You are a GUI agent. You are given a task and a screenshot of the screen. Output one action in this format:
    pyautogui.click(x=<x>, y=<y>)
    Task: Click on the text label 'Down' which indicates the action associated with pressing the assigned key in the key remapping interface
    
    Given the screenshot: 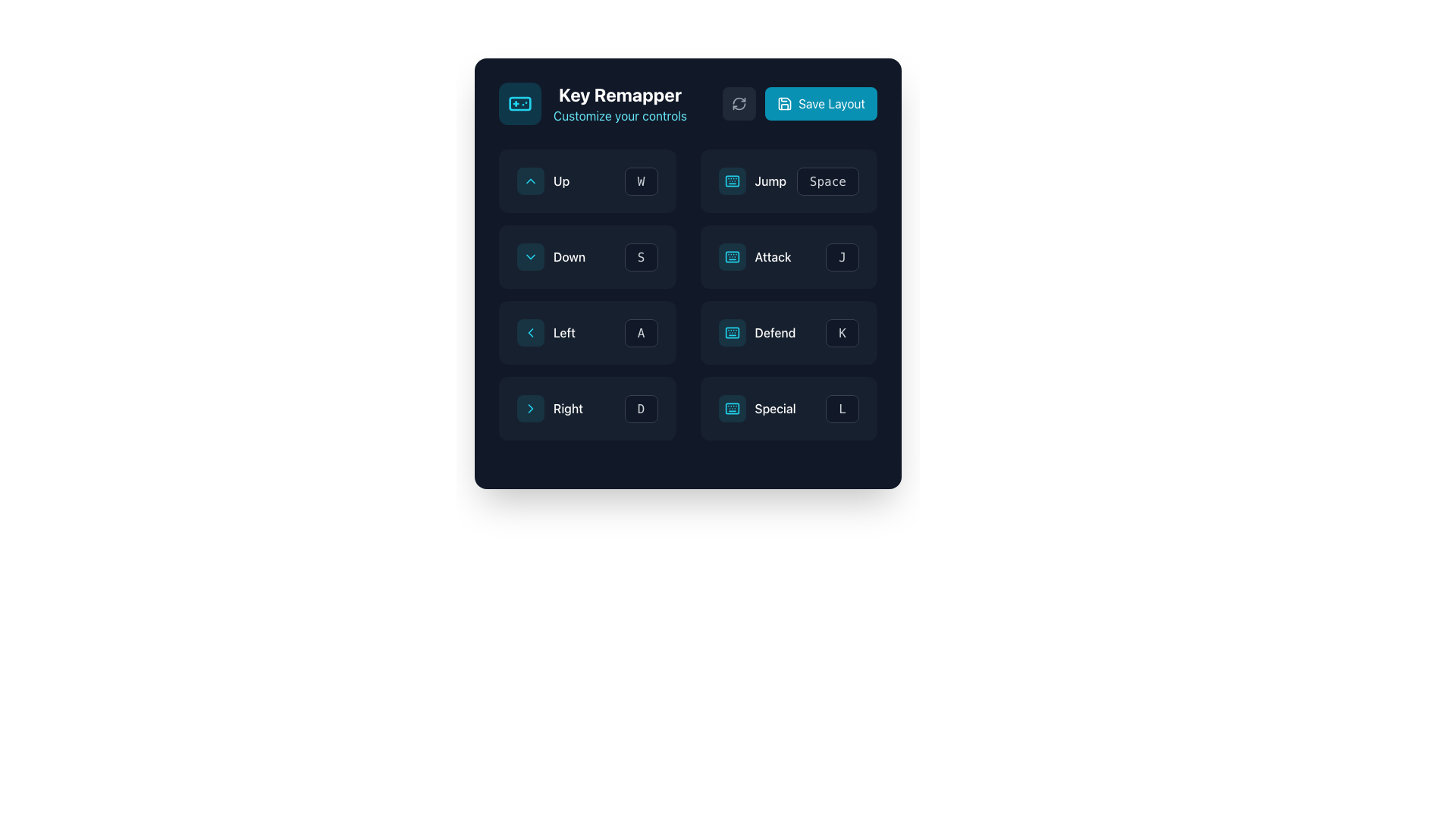 What is the action you would take?
    pyautogui.click(x=569, y=256)
    